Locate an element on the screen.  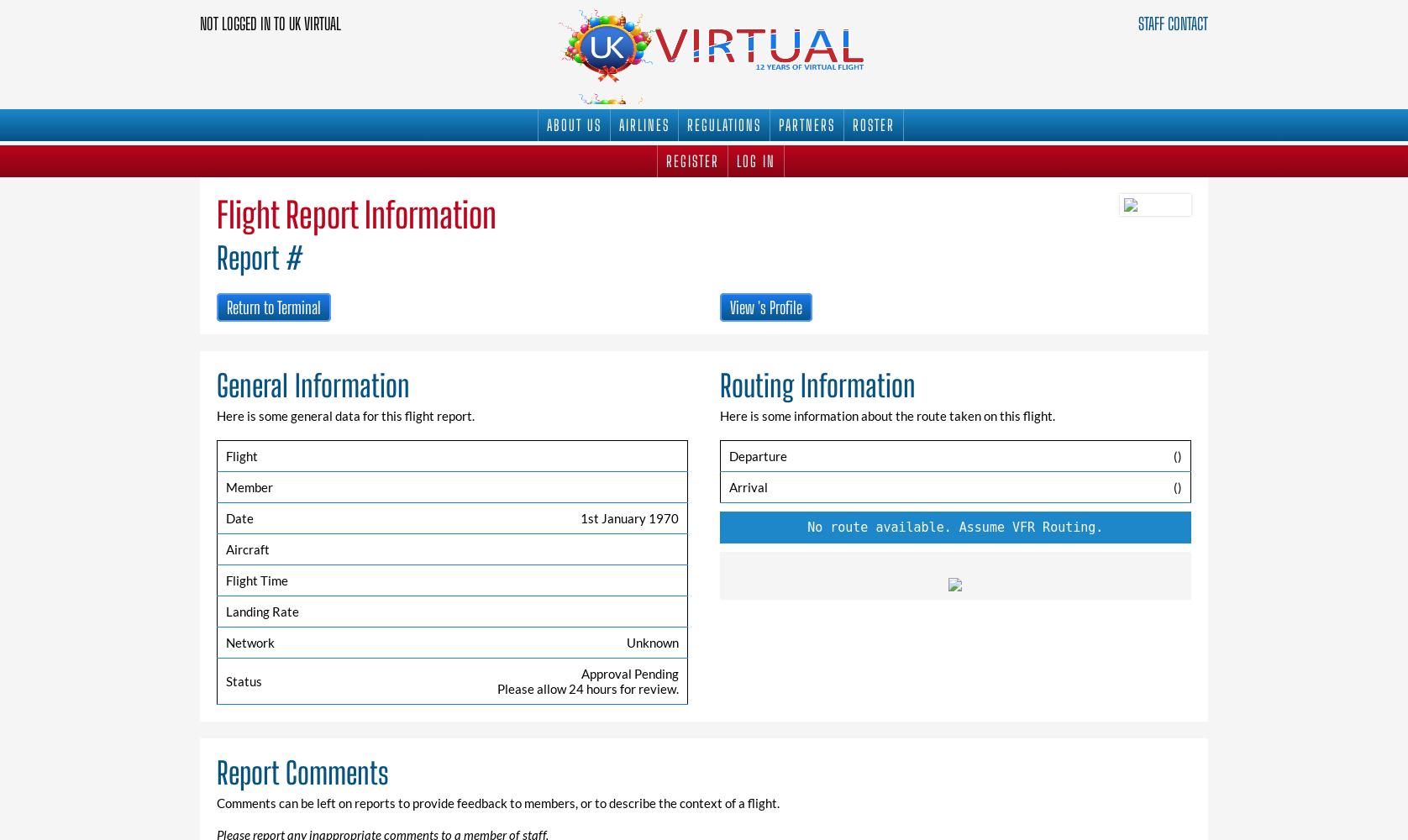
'View 's Profile' is located at coordinates (765, 307).